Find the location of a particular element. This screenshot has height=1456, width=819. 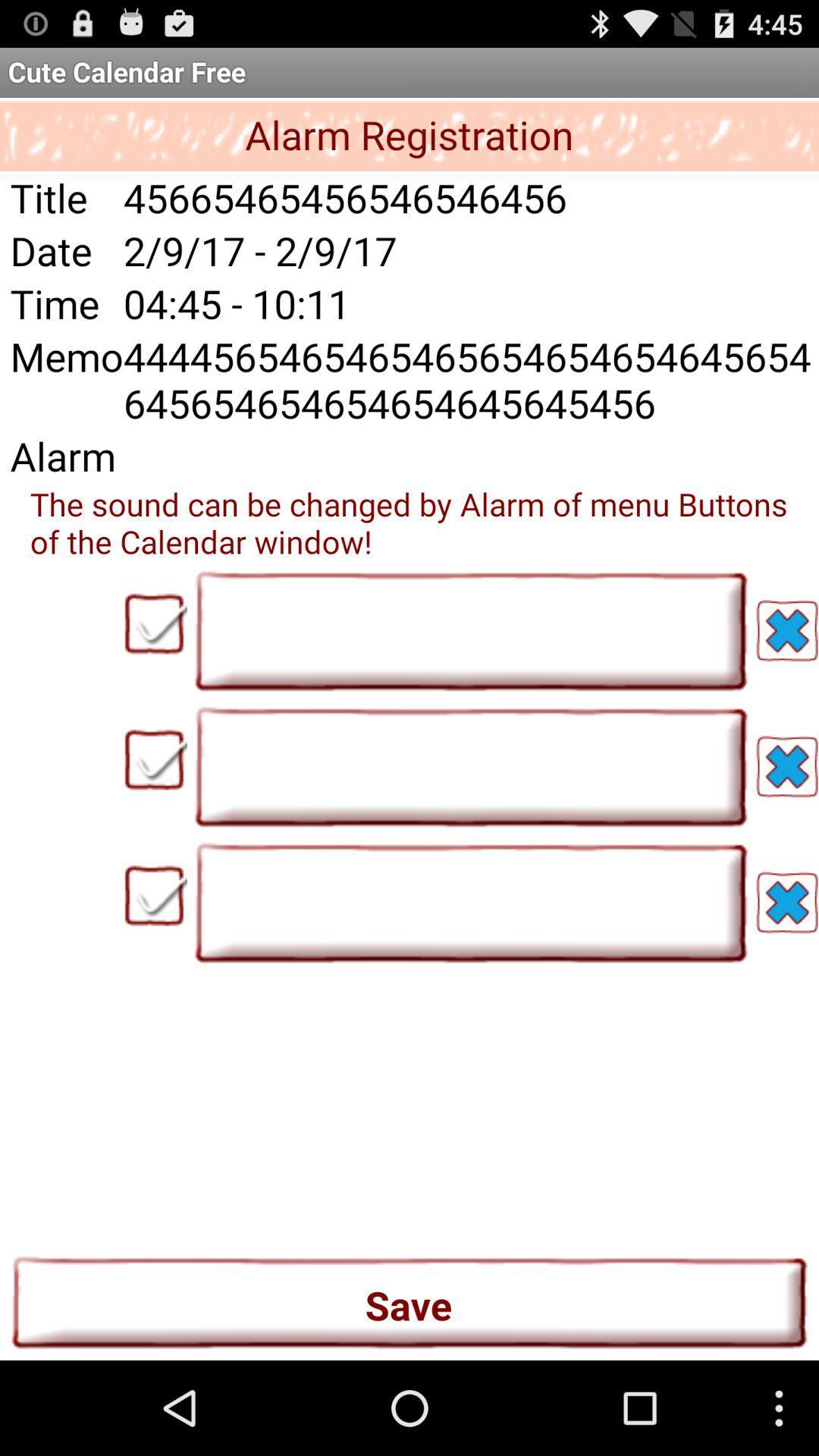

the button left to first text feed is located at coordinates (155, 623).